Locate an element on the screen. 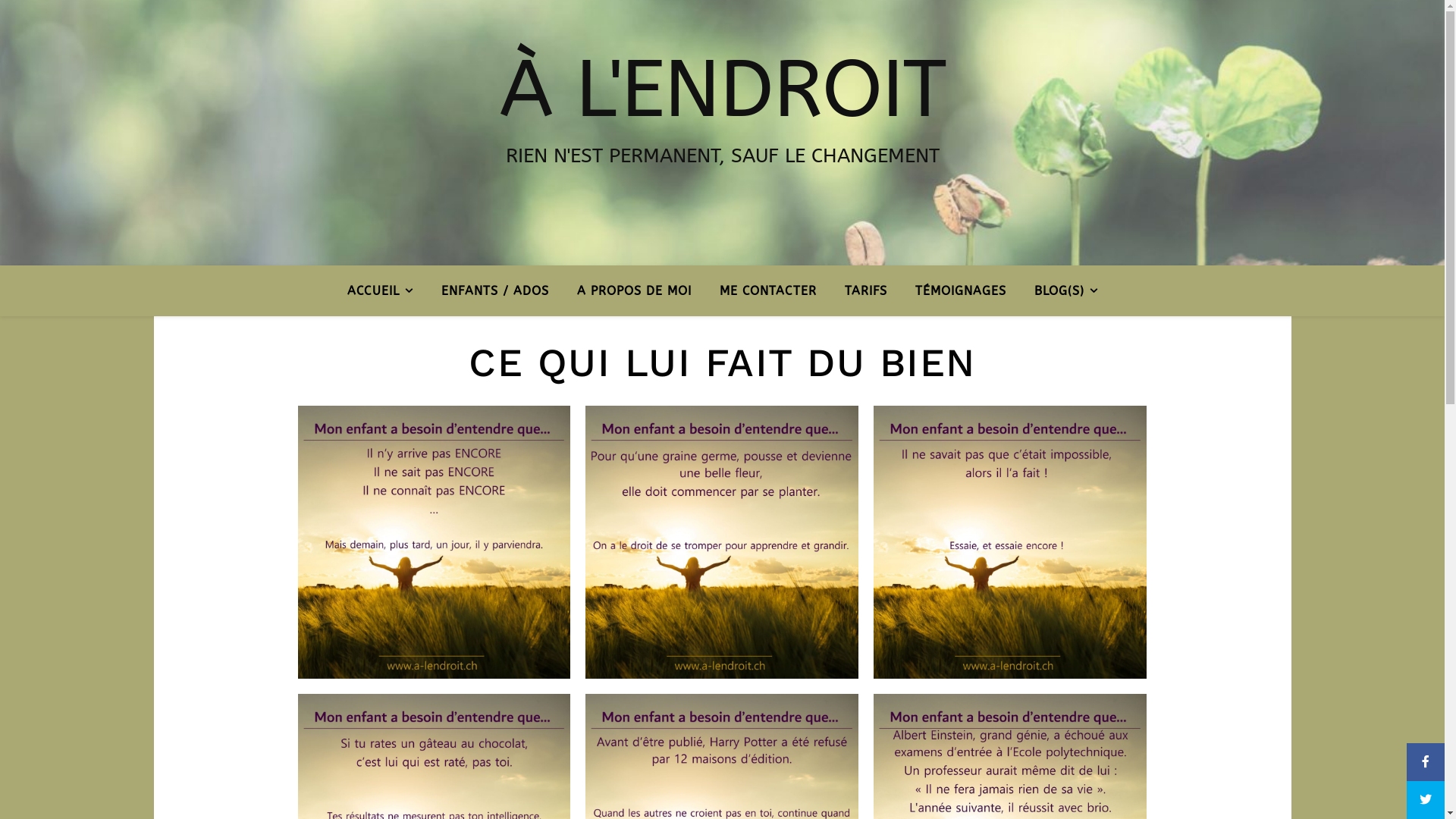 Image resolution: width=1456 pixels, height=819 pixels. 'A PROPOS DE MOI' is located at coordinates (563, 290).